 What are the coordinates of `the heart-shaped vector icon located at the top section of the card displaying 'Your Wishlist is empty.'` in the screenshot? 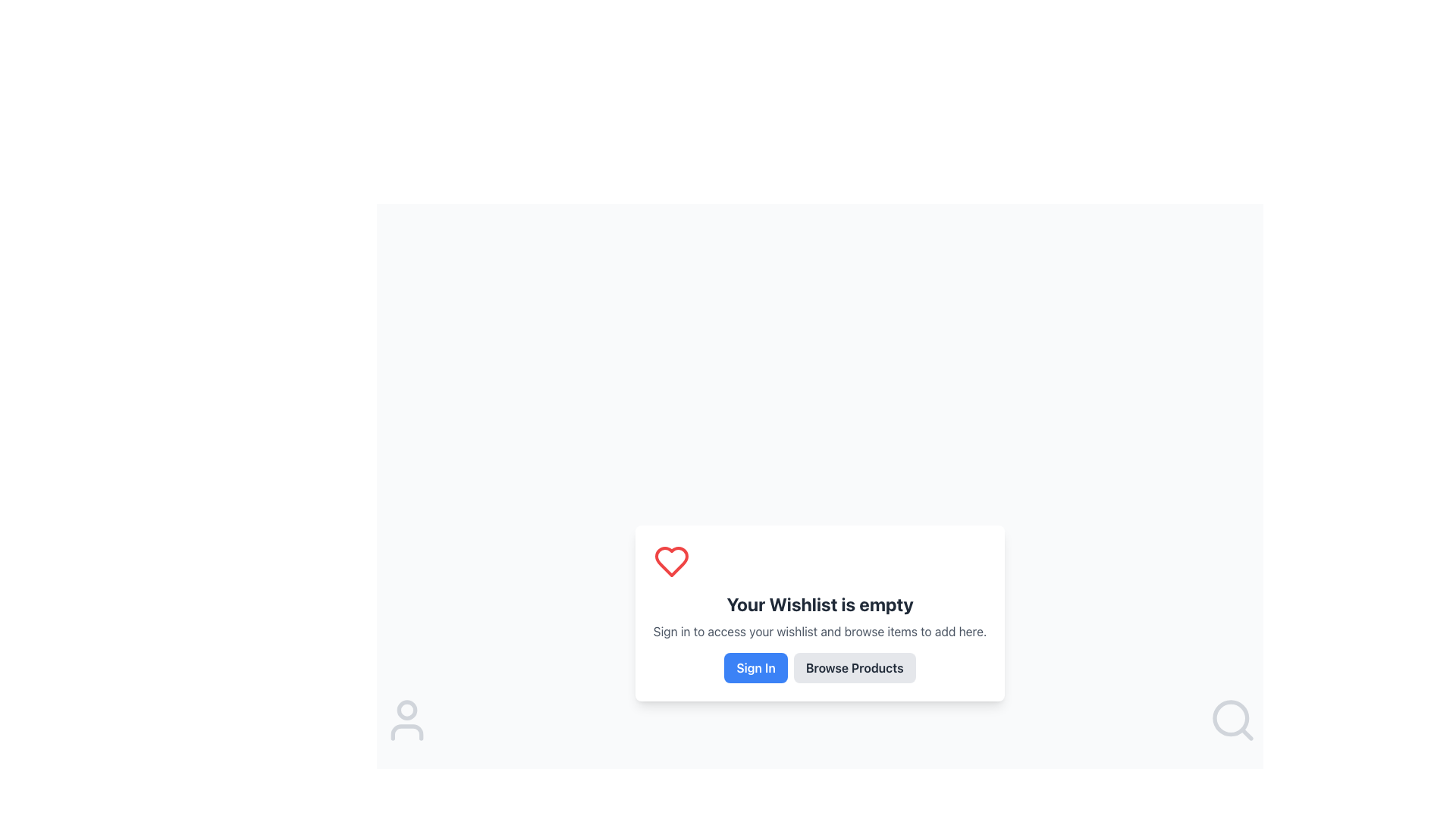 It's located at (670, 561).